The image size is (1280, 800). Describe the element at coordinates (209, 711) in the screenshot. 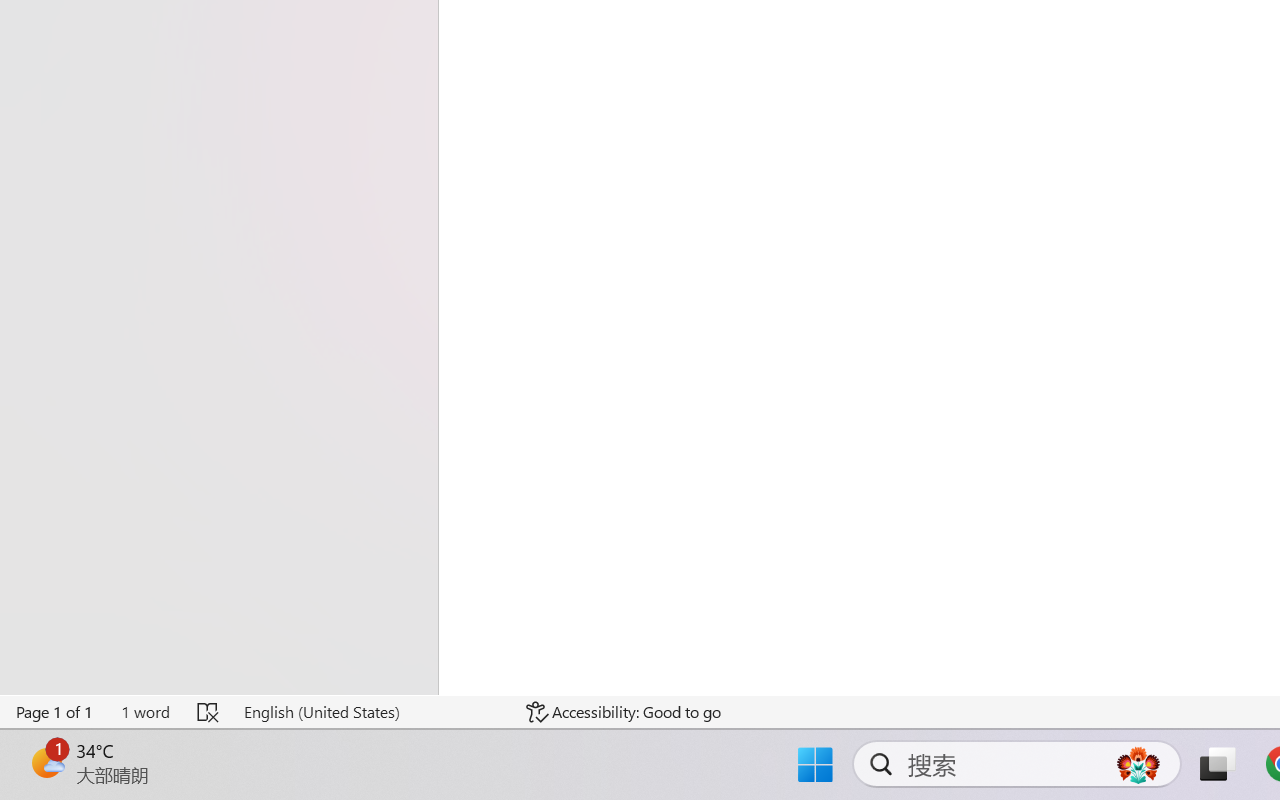

I see `'Spelling and Grammar Check Errors'` at that location.